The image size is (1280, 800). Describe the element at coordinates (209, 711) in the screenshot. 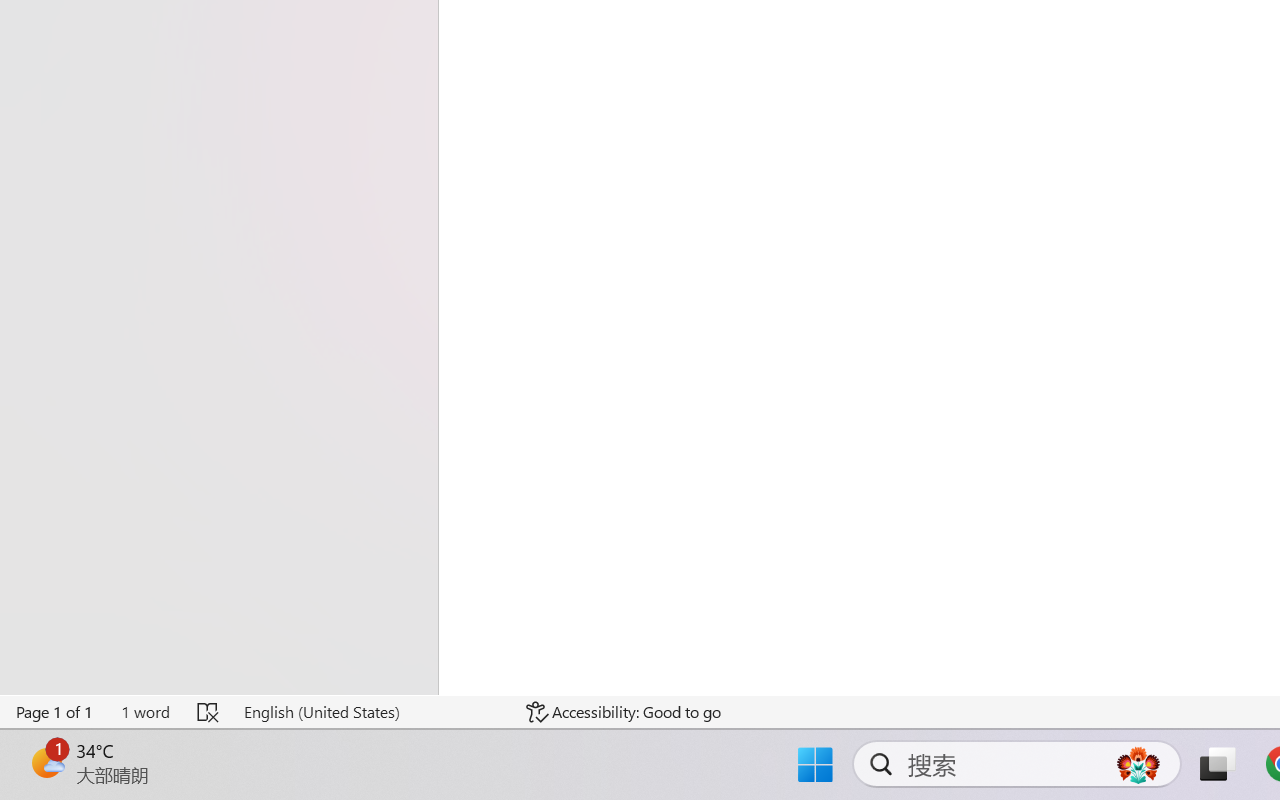

I see `'Spelling and Grammar Check Errors'` at that location.